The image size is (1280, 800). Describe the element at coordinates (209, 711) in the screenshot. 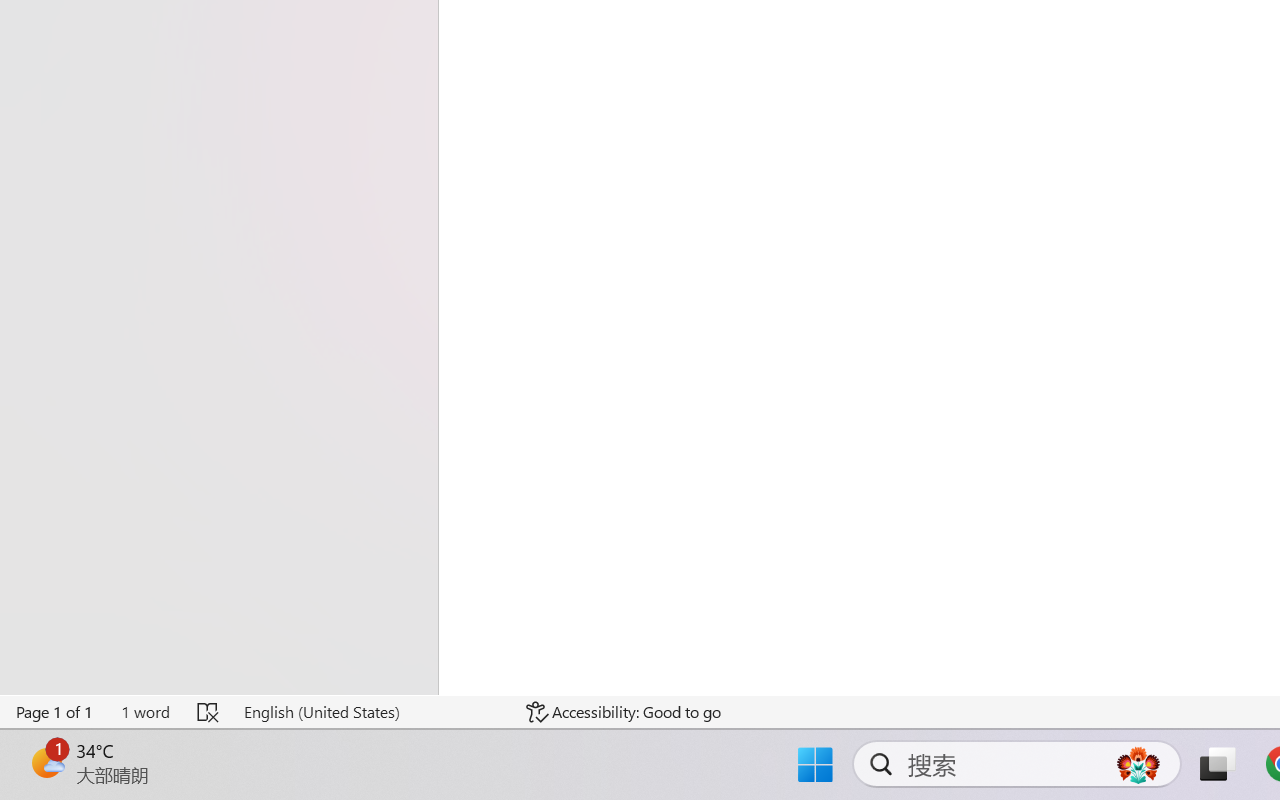

I see `'Spelling and Grammar Check Errors'` at that location.